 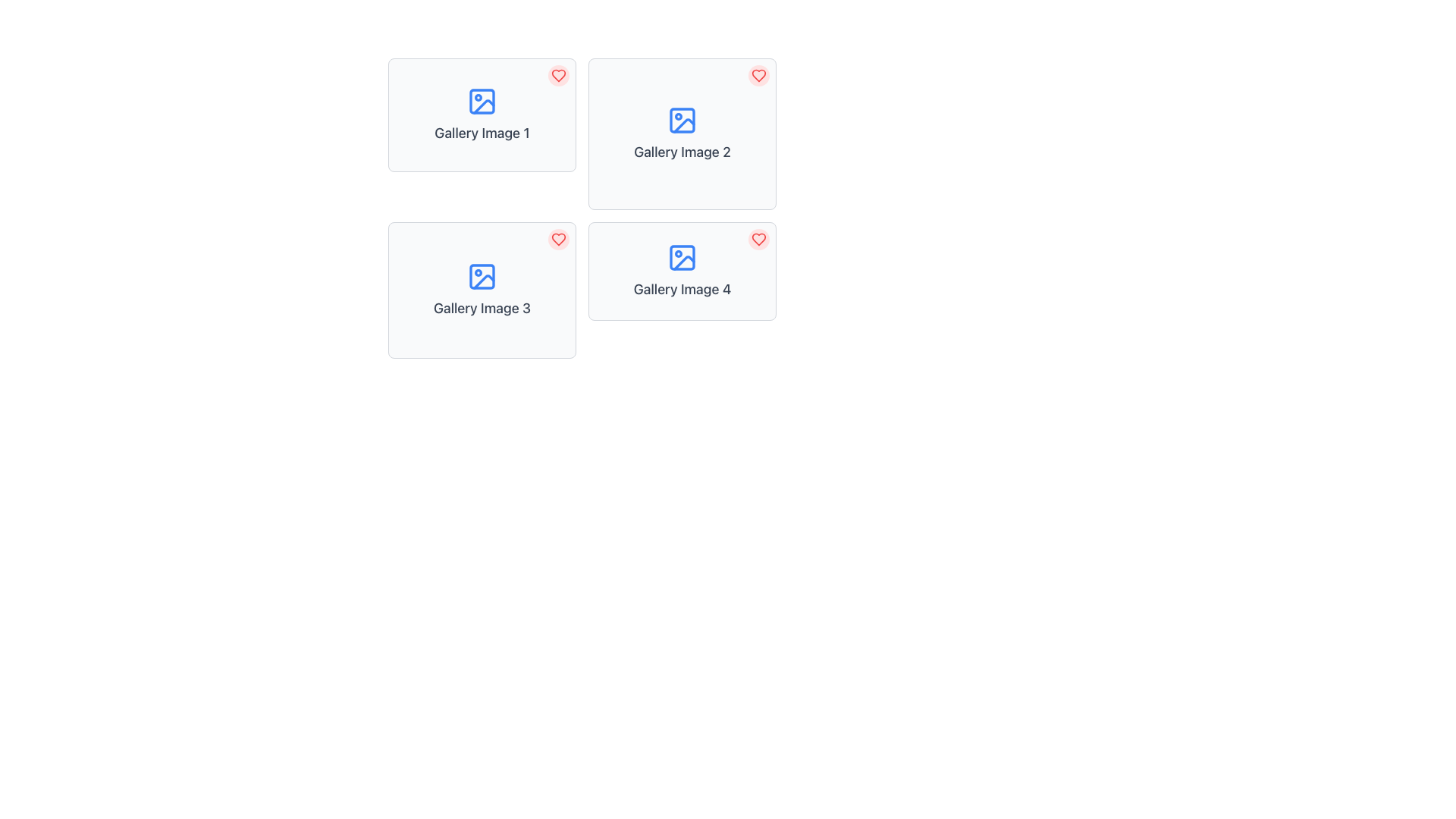 I want to click on the heart icon located in the top-right corner of the 'Gallery Image 4' card, styled in red and symbolizing a 'like' action, so click(x=759, y=239).